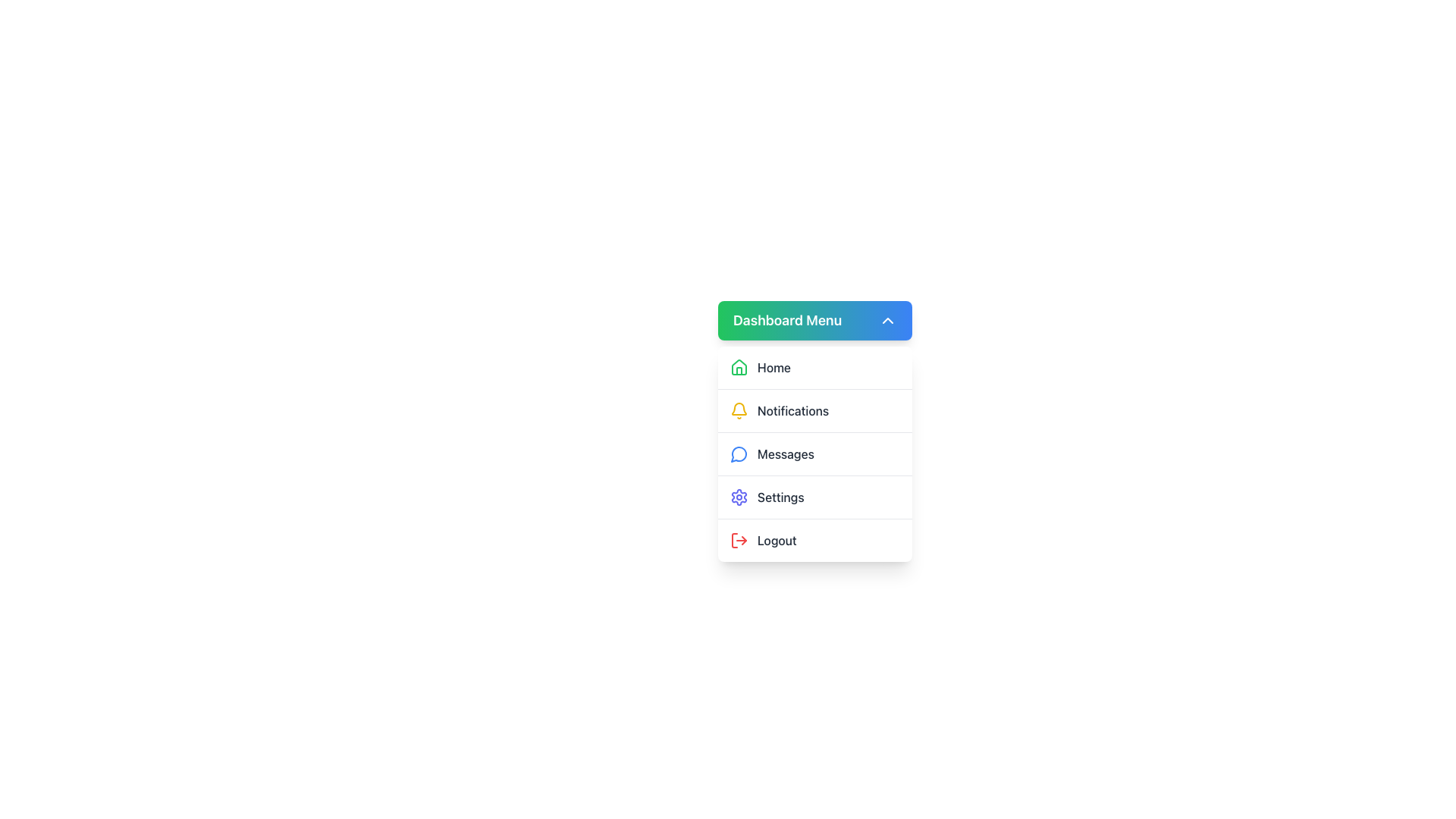 This screenshot has height=819, width=1456. What do you see at coordinates (739, 366) in the screenshot?
I see `the green stylized house icon located in the first row of the vertical list under the 'Dashboard Menu', to the left of the 'Home' label` at bounding box center [739, 366].